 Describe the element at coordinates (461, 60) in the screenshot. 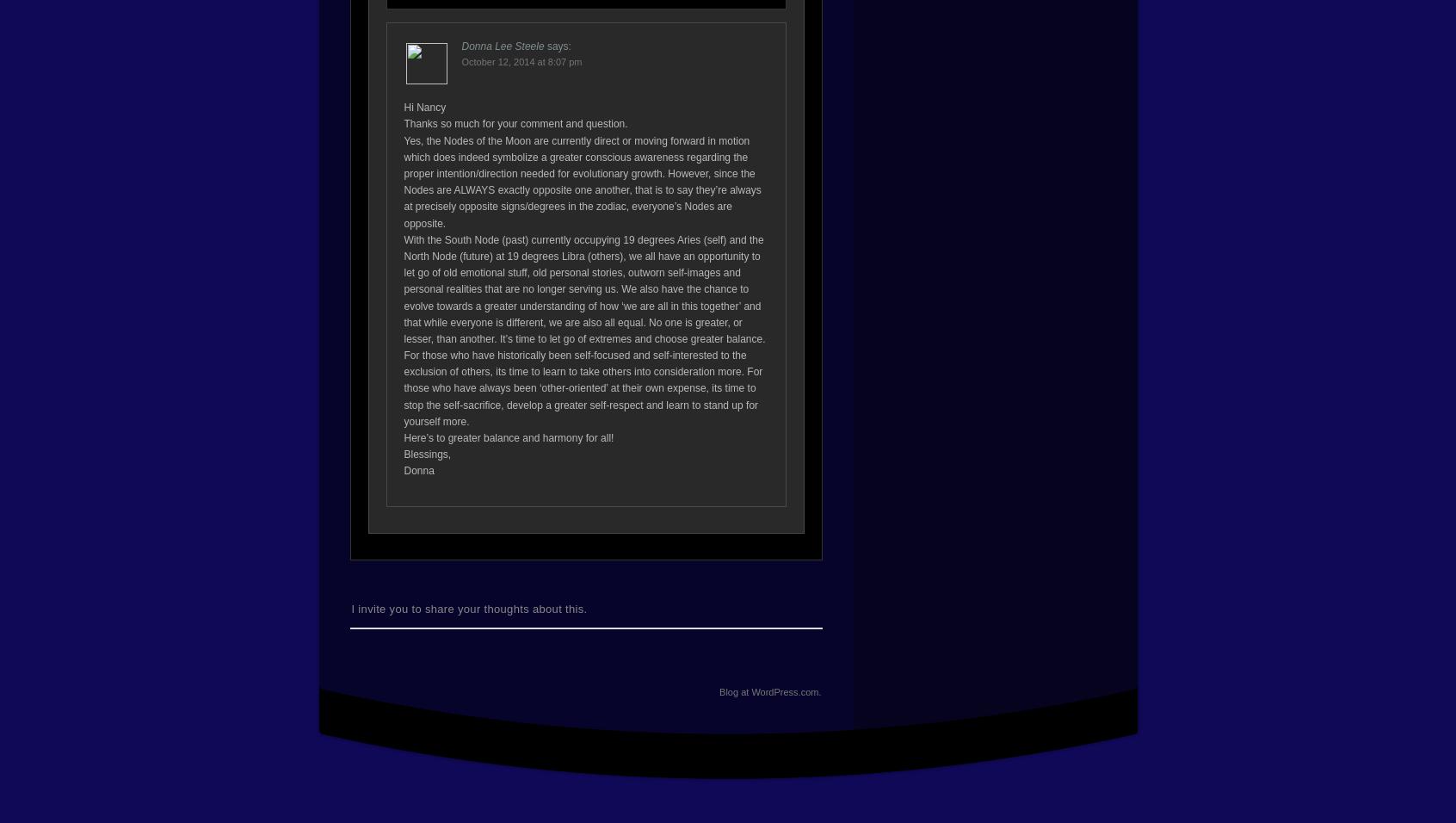

I see `'October 12, 2014 at 8:07 pm'` at that location.